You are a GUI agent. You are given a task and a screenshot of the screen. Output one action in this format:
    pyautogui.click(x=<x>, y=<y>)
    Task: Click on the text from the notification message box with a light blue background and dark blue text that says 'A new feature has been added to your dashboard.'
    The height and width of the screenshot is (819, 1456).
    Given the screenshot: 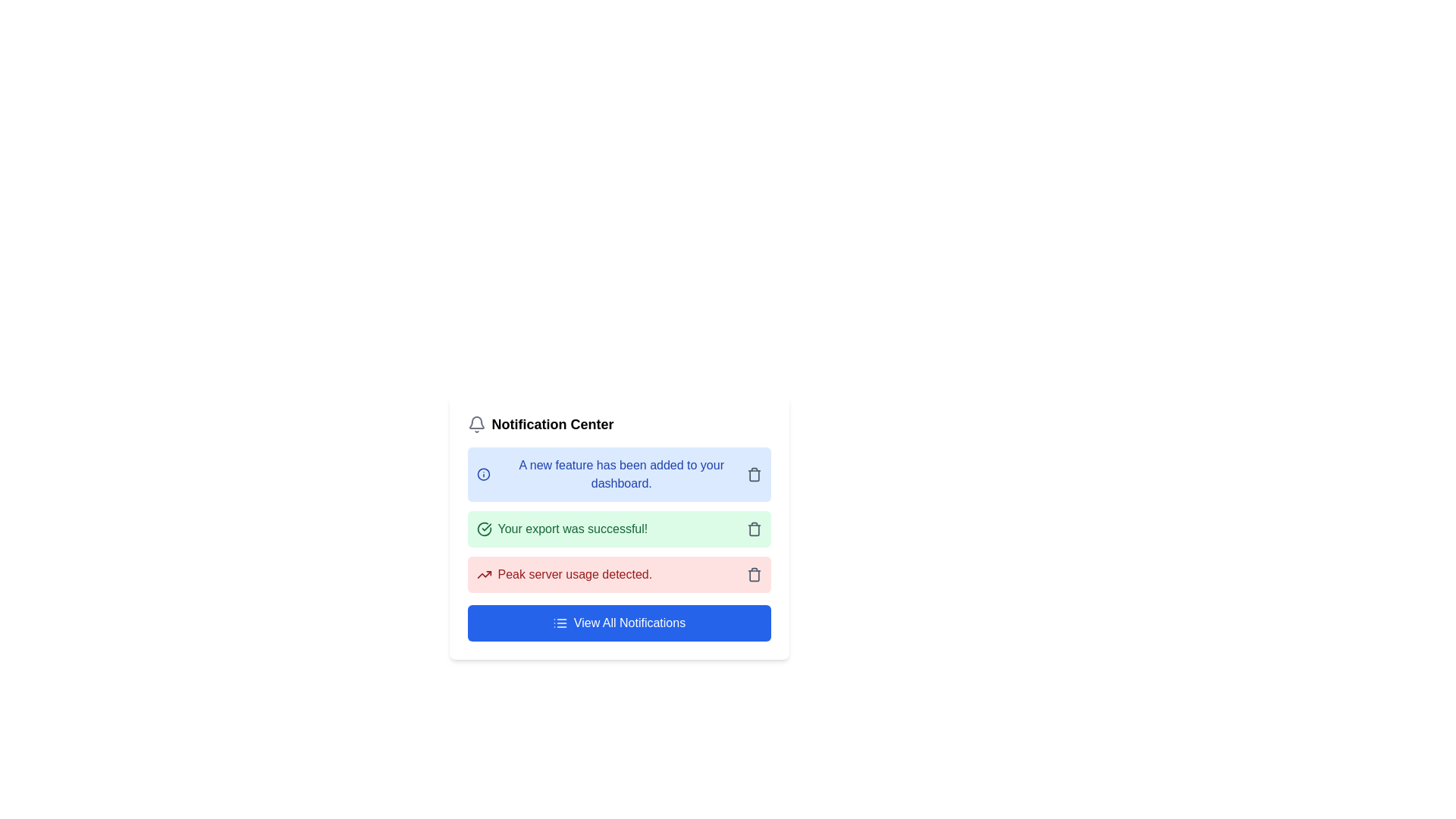 What is the action you would take?
    pyautogui.click(x=611, y=473)
    